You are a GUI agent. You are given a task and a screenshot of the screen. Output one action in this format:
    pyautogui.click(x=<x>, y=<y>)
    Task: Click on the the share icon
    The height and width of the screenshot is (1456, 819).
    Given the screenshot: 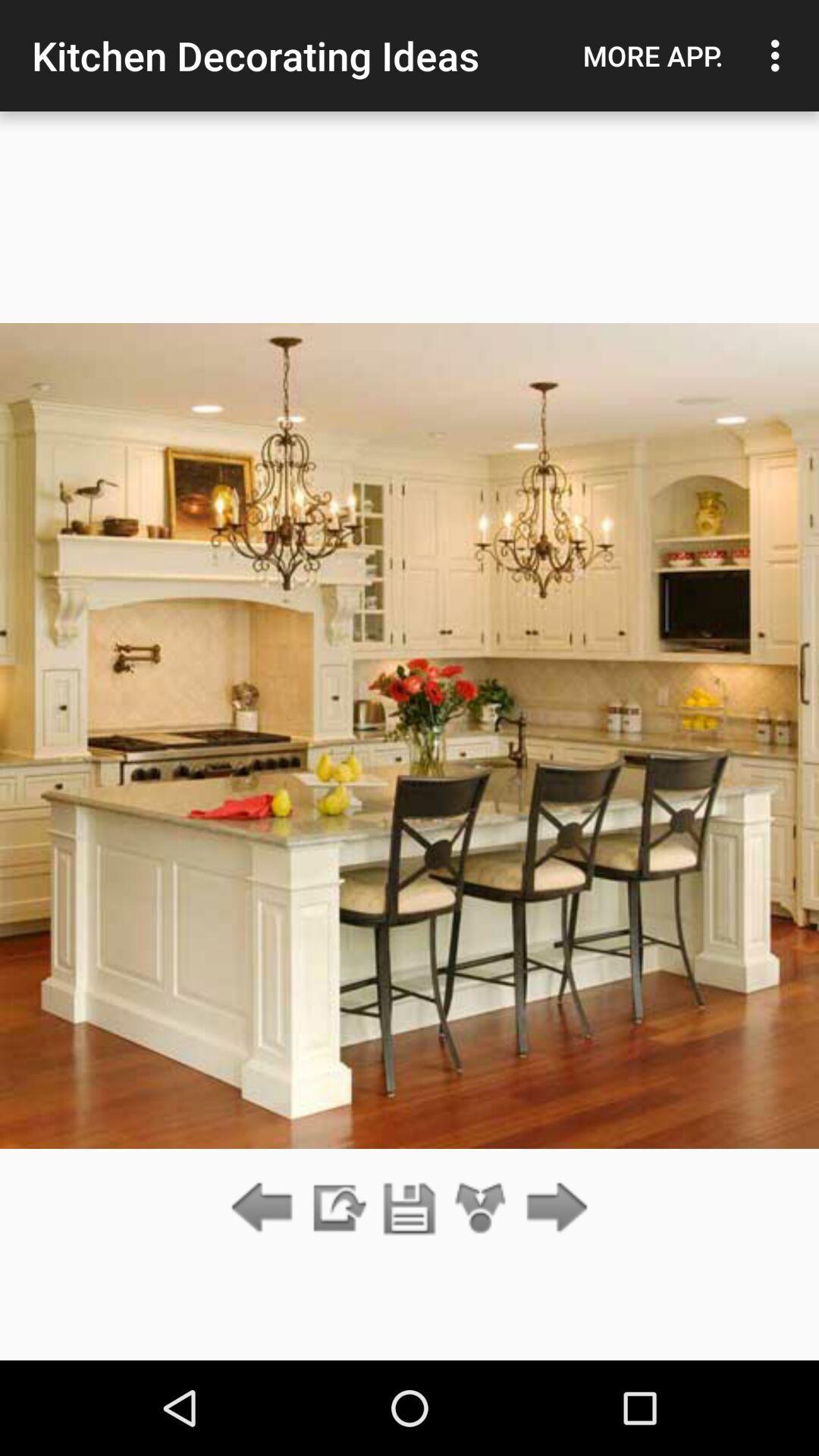 What is the action you would take?
    pyautogui.click(x=481, y=1208)
    